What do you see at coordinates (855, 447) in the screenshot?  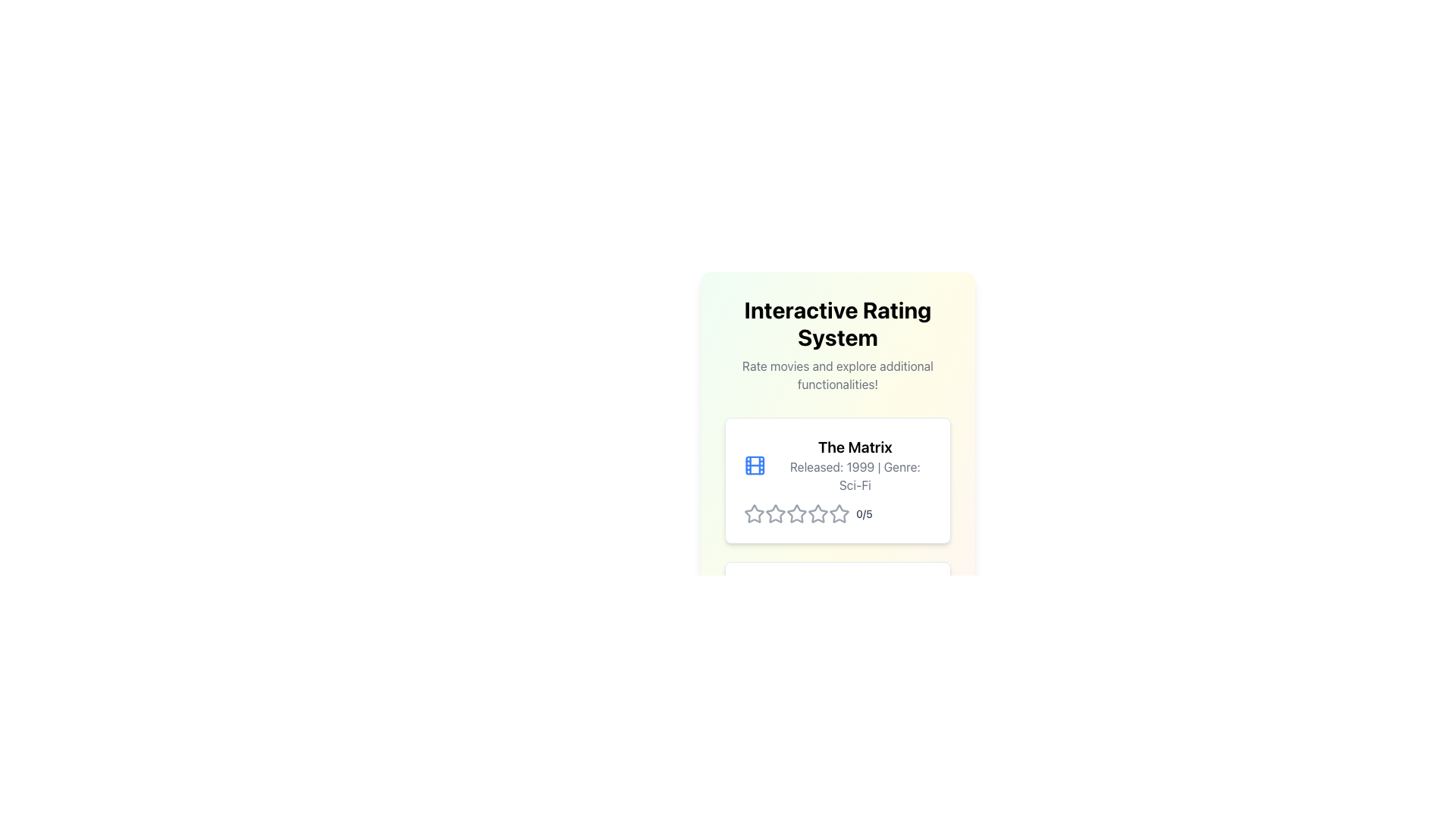 I see `the bold text label reading 'The Matrix' which is positioned at the top of the movie description card` at bounding box center [855, 447].